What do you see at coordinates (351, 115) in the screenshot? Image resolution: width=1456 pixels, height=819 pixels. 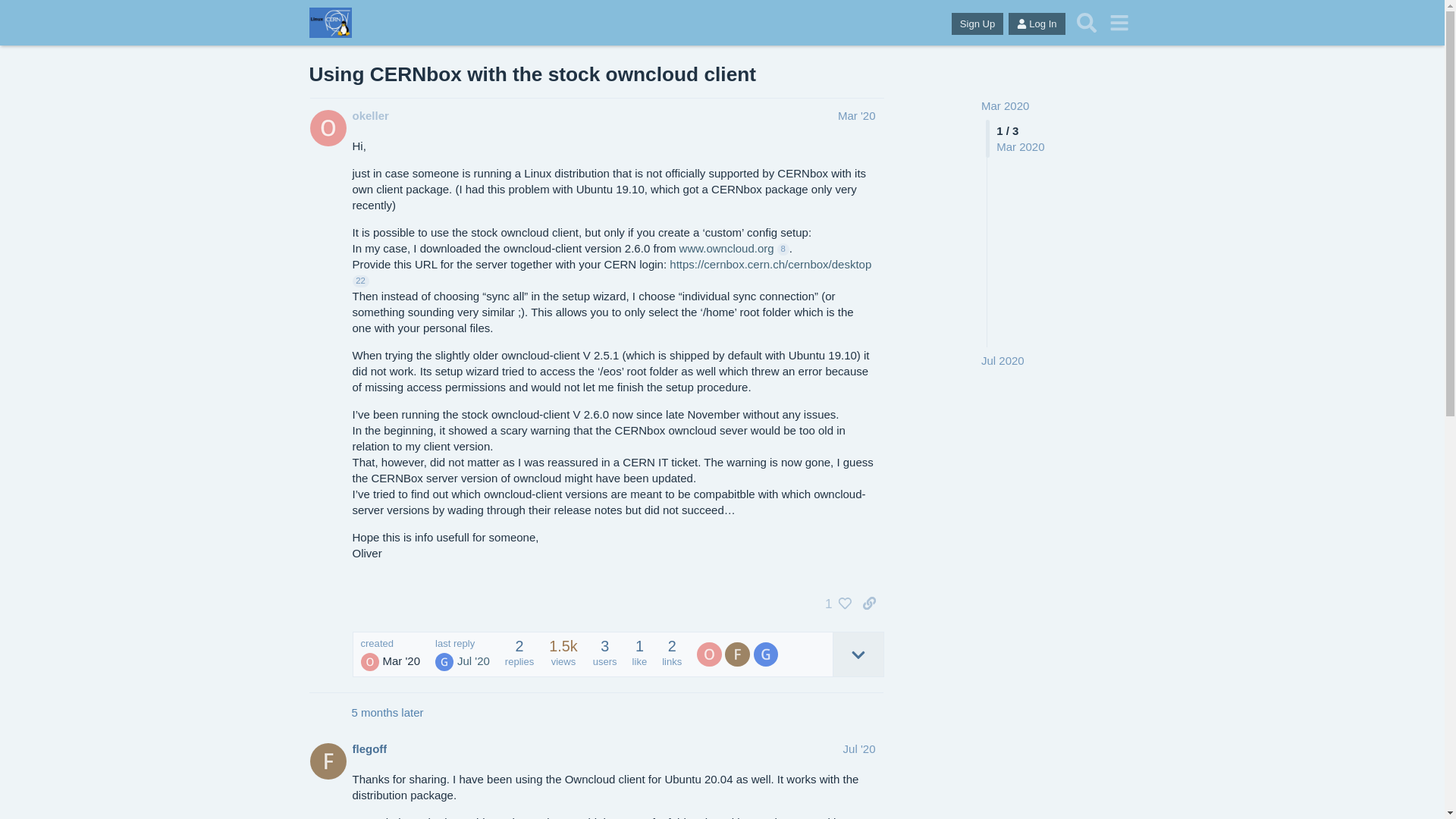 I see `'okeller'` at bounding box center [351, 115].